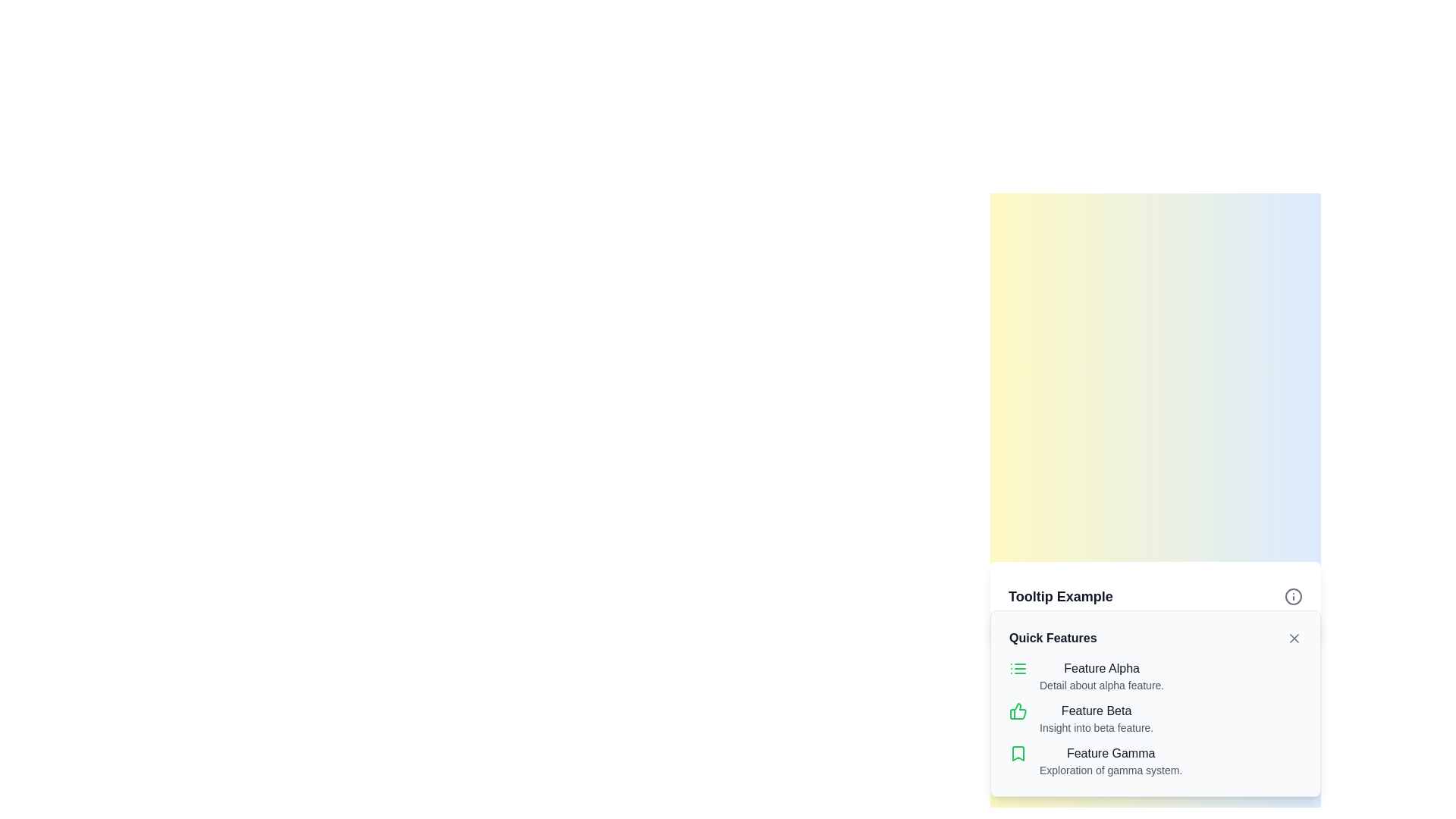  Describe the element at coordinates (1154, 718) in the screenshot. I see `the sub-item labeled 'Feature Beta' within the 'Quick Features' collapsible list using the keyboard for accessibility` at that location.